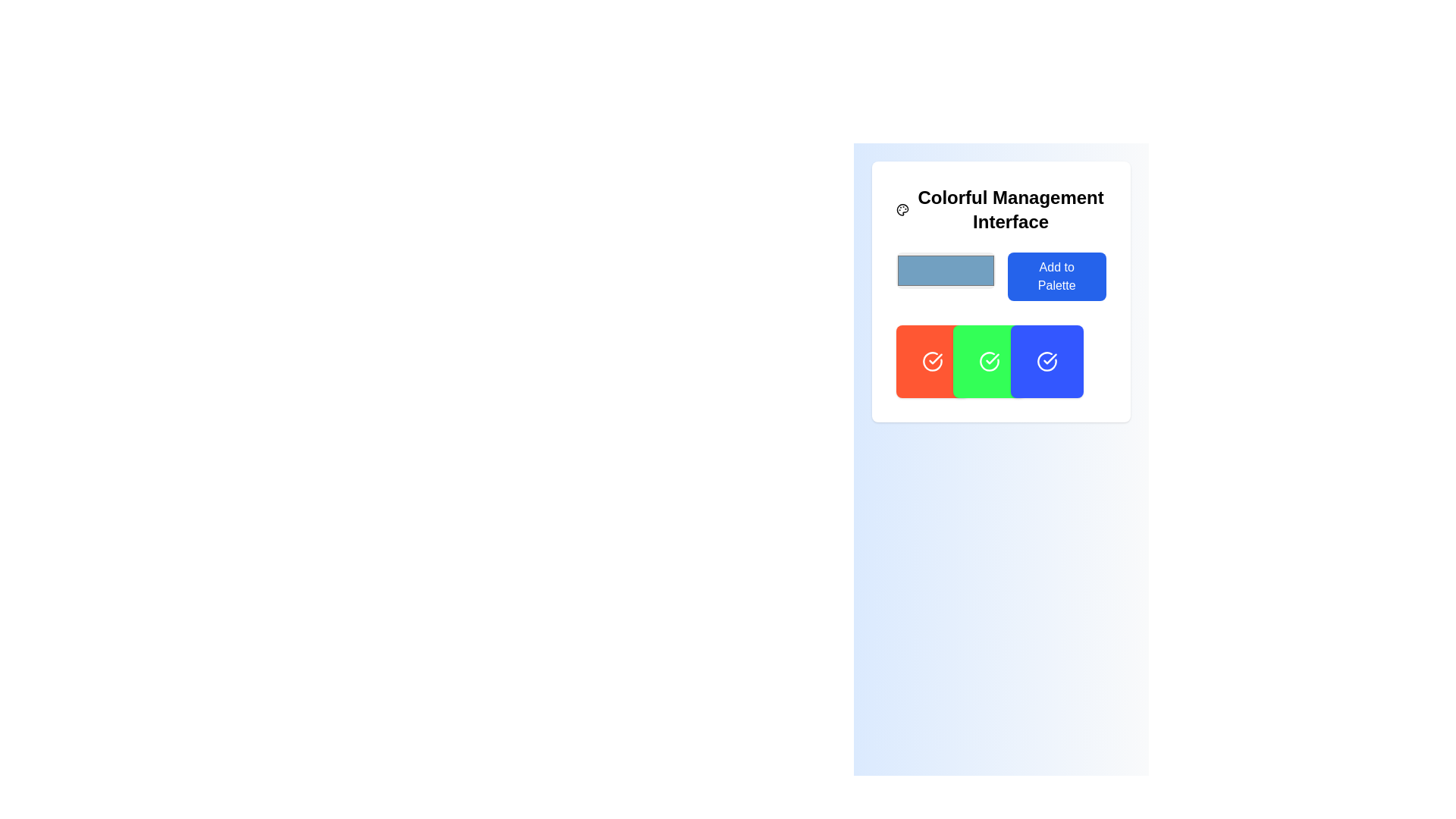 Image resolution: width=1456 pixels, height=819 pixels. I want to click on the circular palette icon located to the left of the text 'Colorful Management Interface', so click(902, 210).